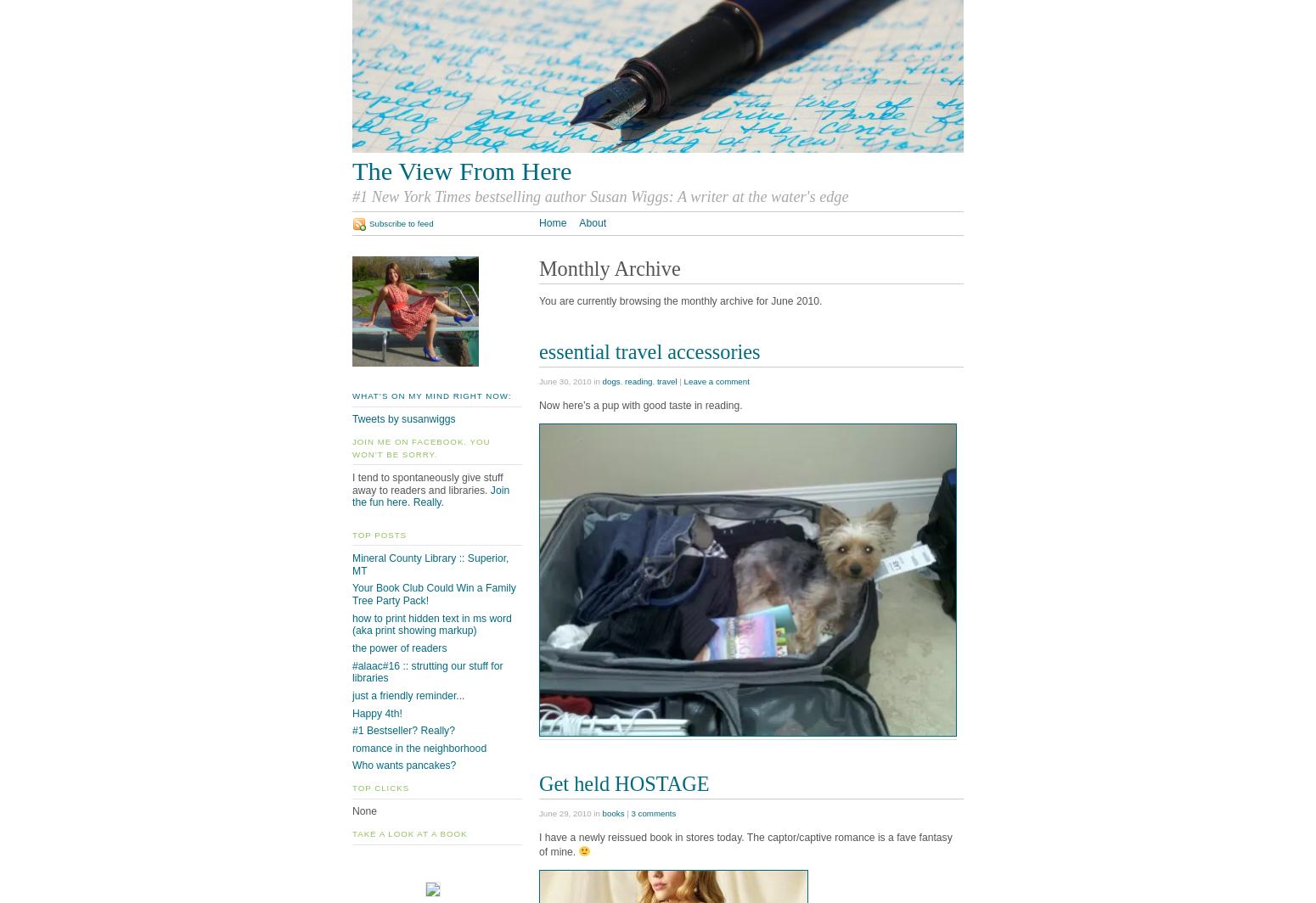  What do you see at coordinates (364, 811) in the screenshot?
I see `'None'` at bounding box center [364, 811].